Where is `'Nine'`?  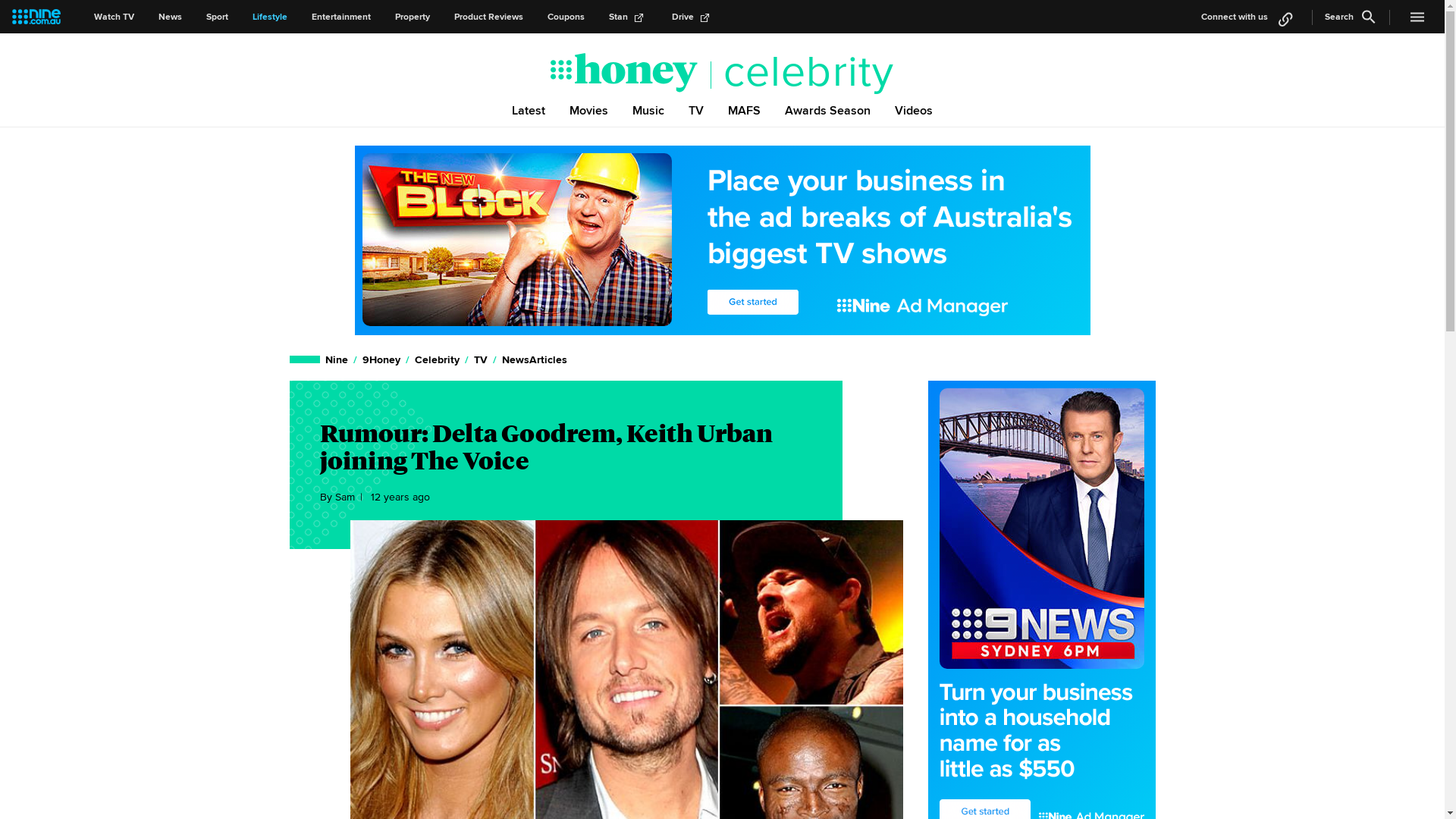
'Nine' is located at coordinates (336, 359).